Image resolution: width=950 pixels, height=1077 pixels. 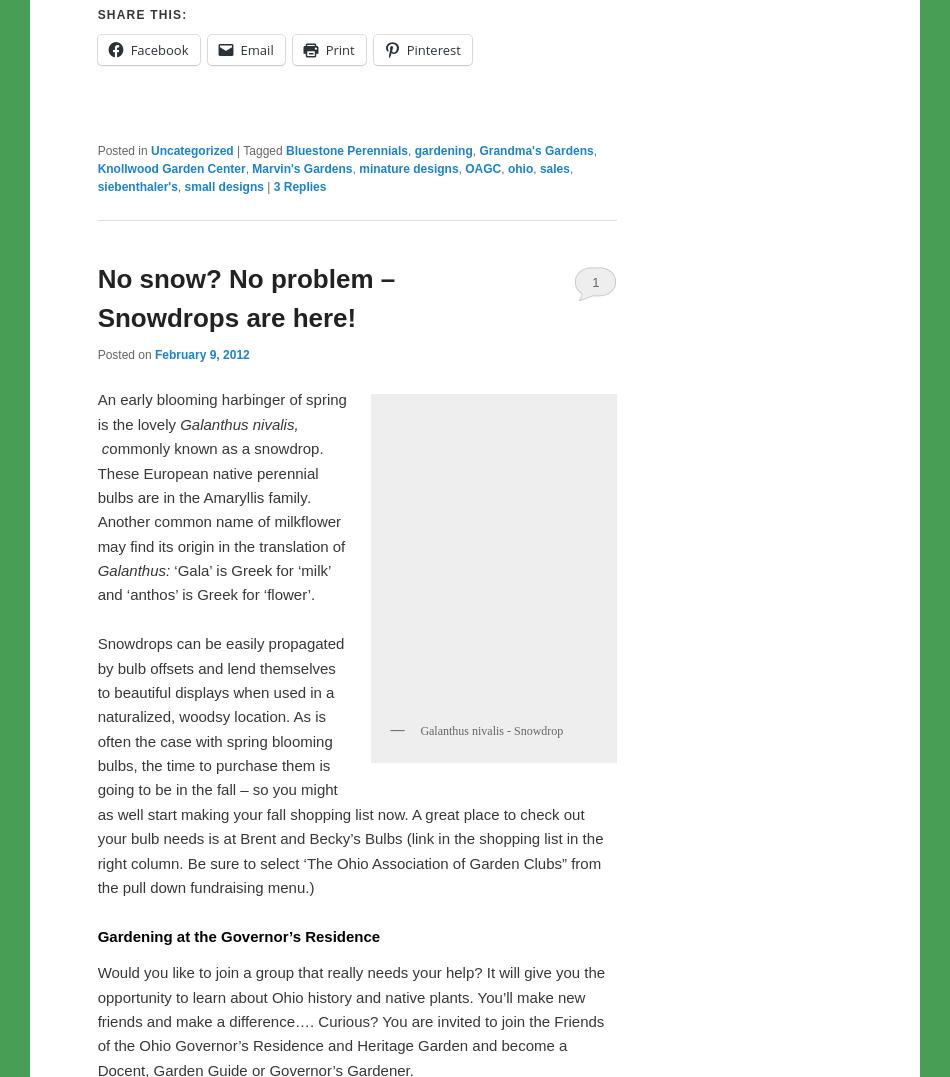 What do you see at coordinates (407, 217) in the screenshot?
I see `'minature designs'` at bounding box center [407, 217].